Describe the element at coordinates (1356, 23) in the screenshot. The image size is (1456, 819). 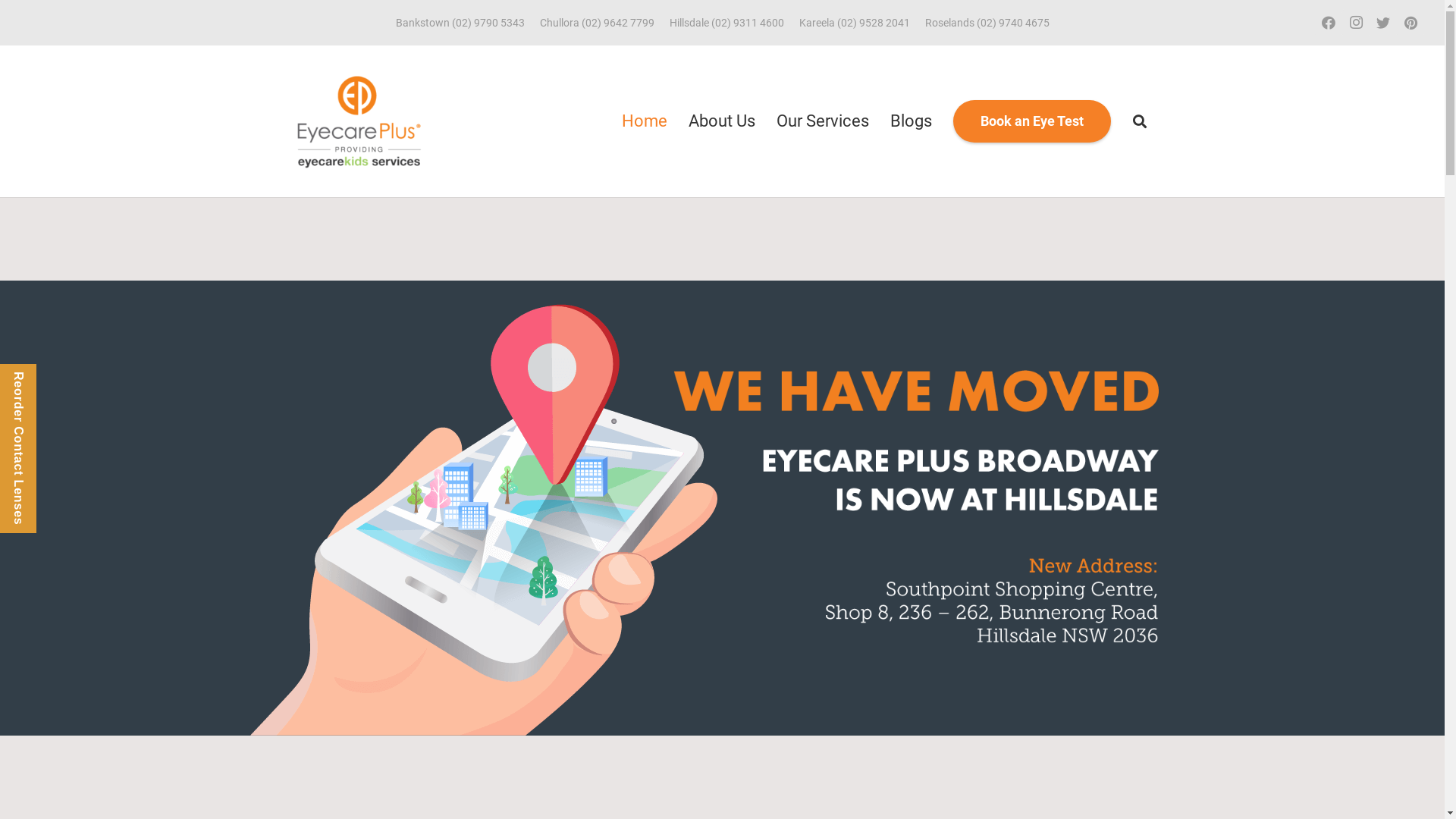
I see `'Instagram'` at that location.